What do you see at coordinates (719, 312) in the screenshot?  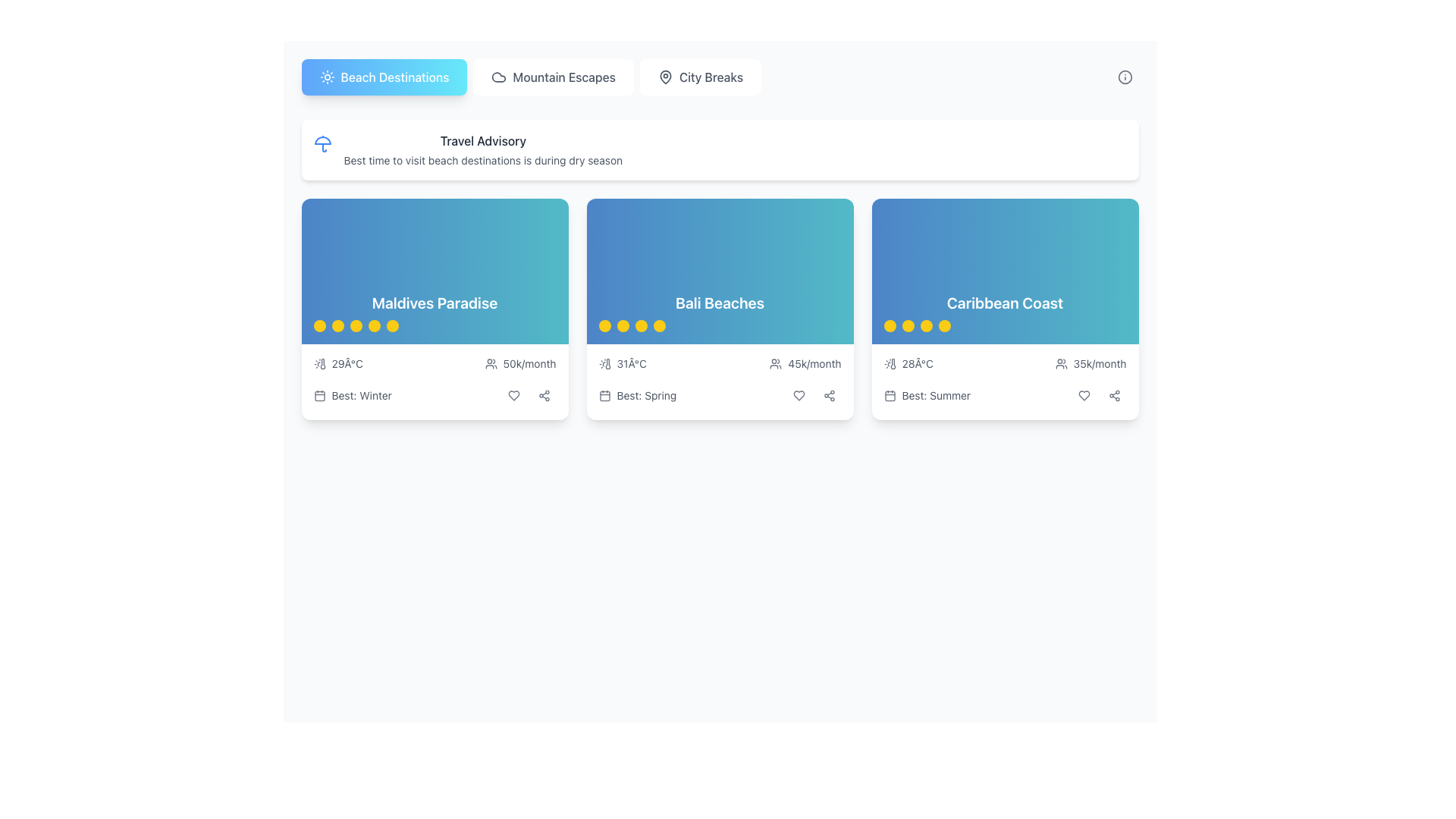 I see `the text label that identifies the content related to 'Bali Beaches' located at the bottom center of the middle card in a triplet of cards` at bounding box center [719, 312].